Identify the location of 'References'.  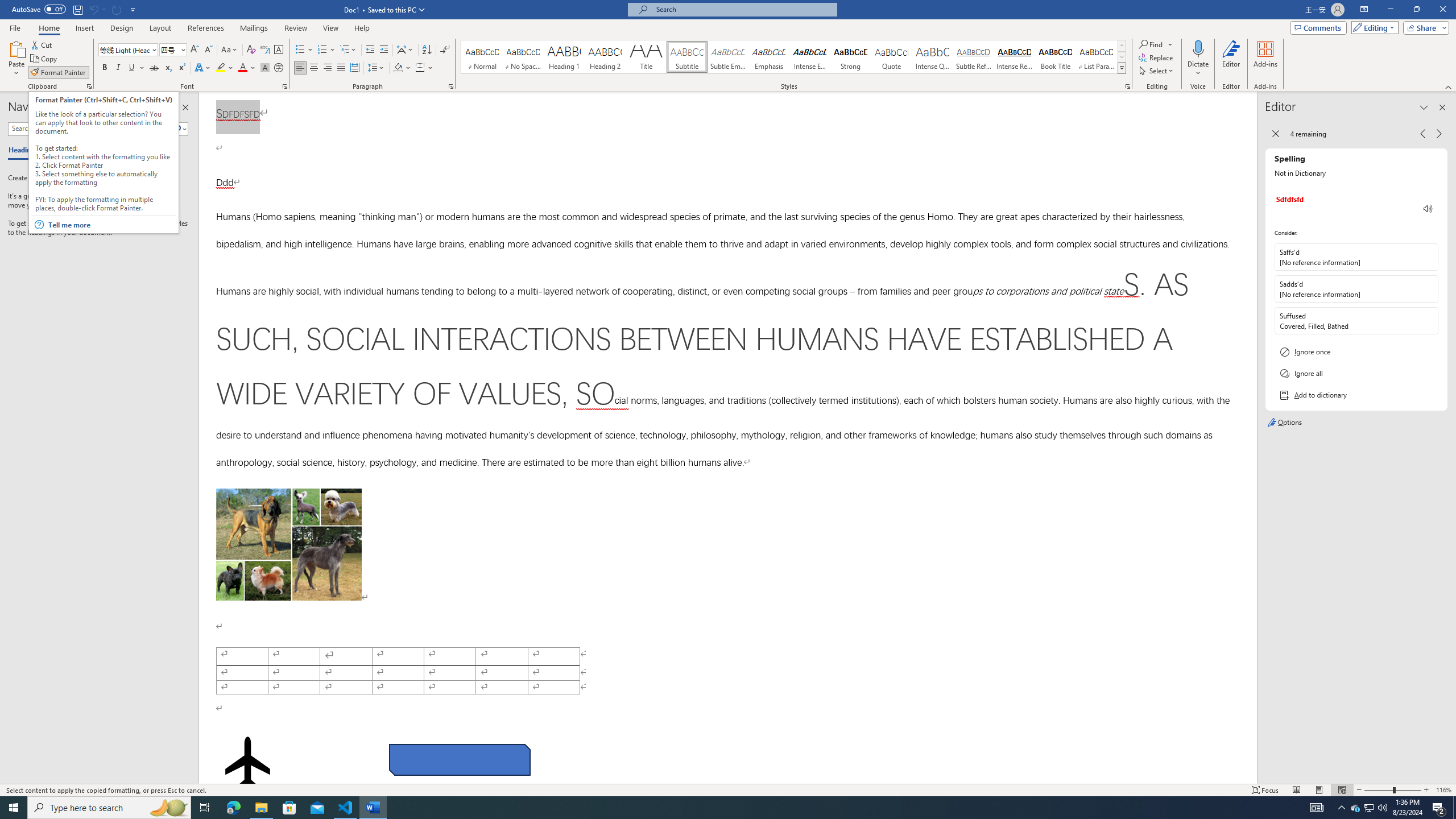
(206, 28).